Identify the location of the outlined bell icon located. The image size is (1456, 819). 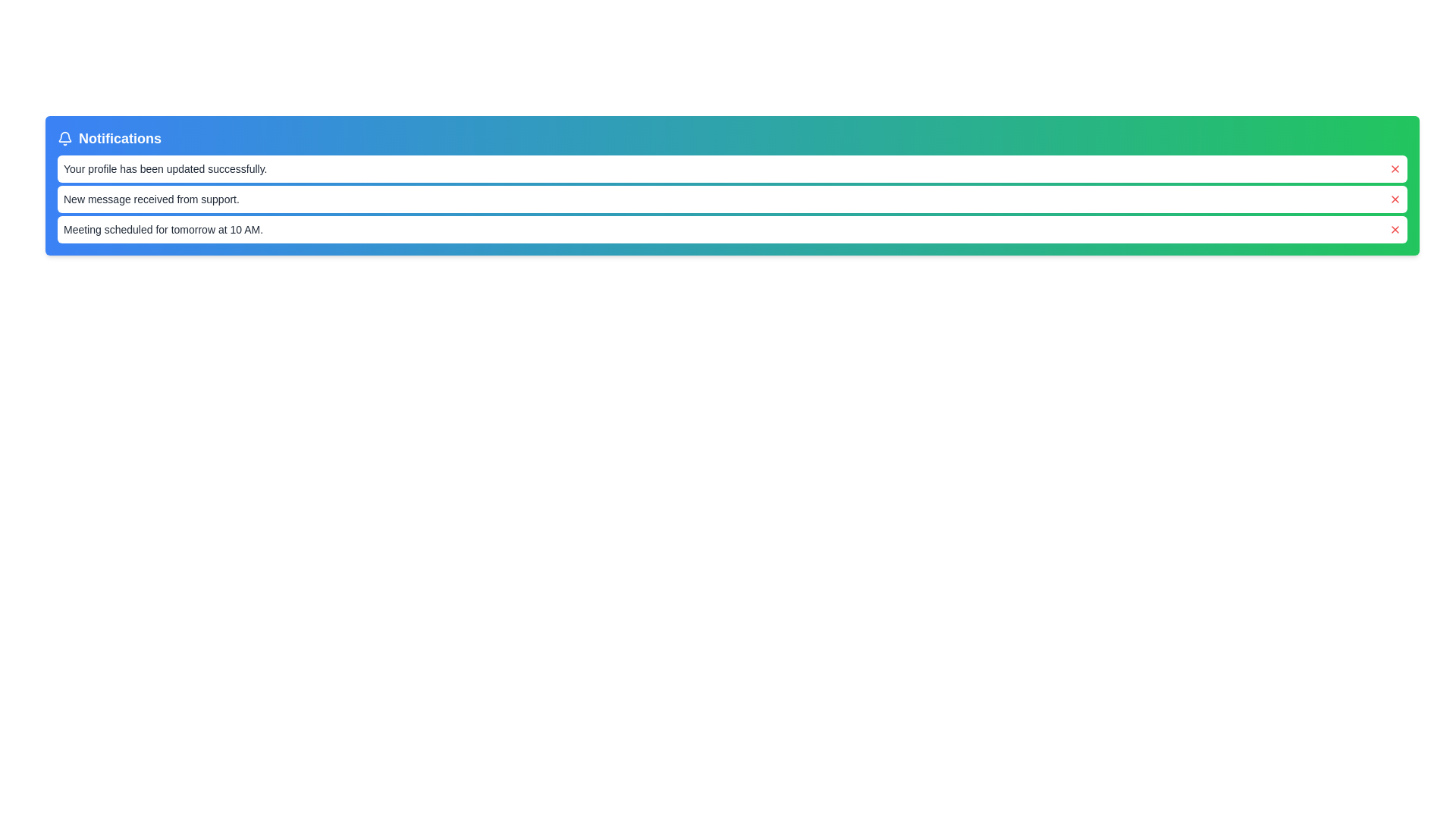
(64, 136).